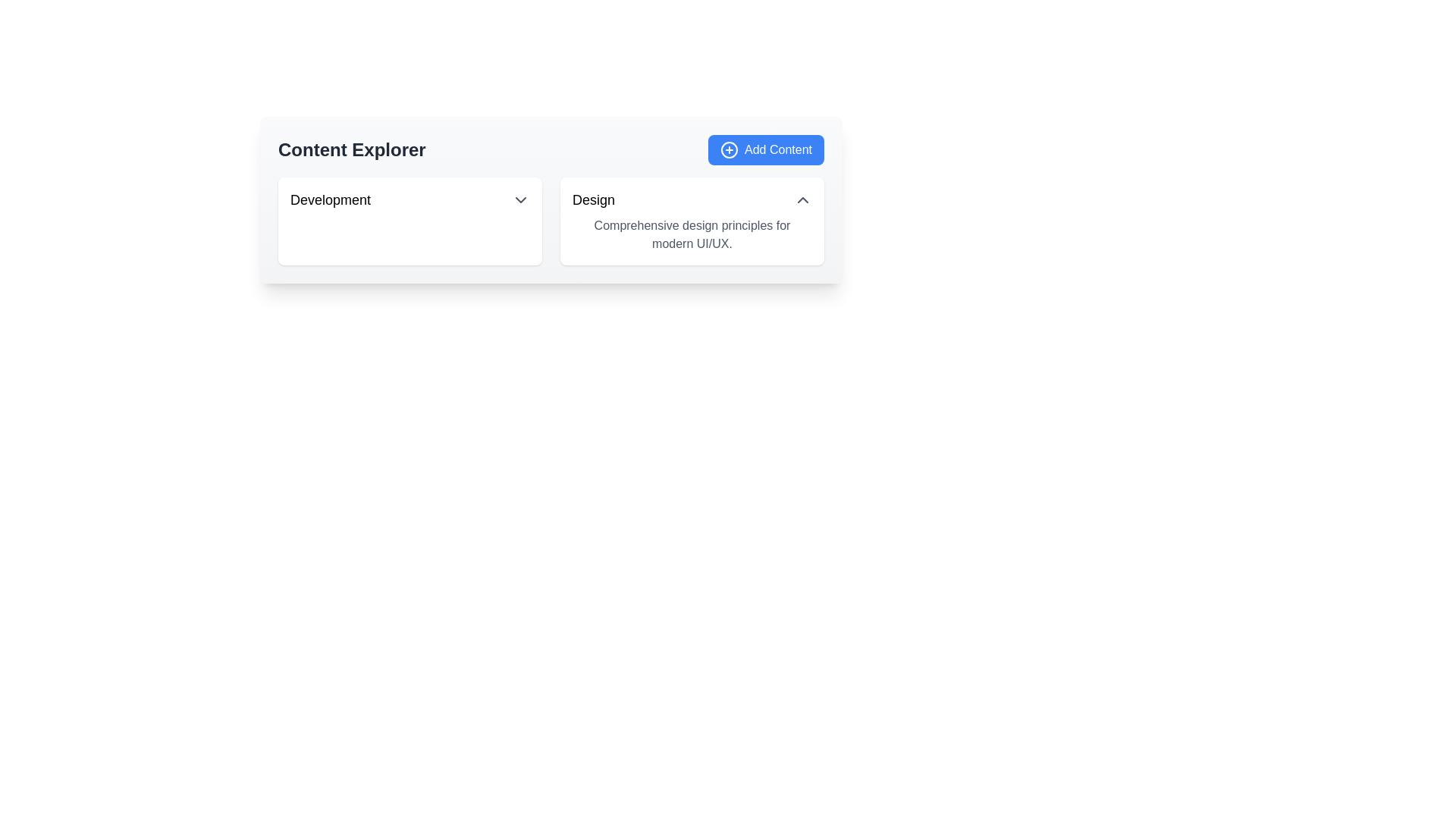 Image resolution: width=1456 pixels, height=819 pixels. Describe the element at coordinates (766, 149) in the screenshot. I see `the rectangular button labeled 'Add Content' with a blue background and a plus icon to change its background color to a lighter blue` at that location.